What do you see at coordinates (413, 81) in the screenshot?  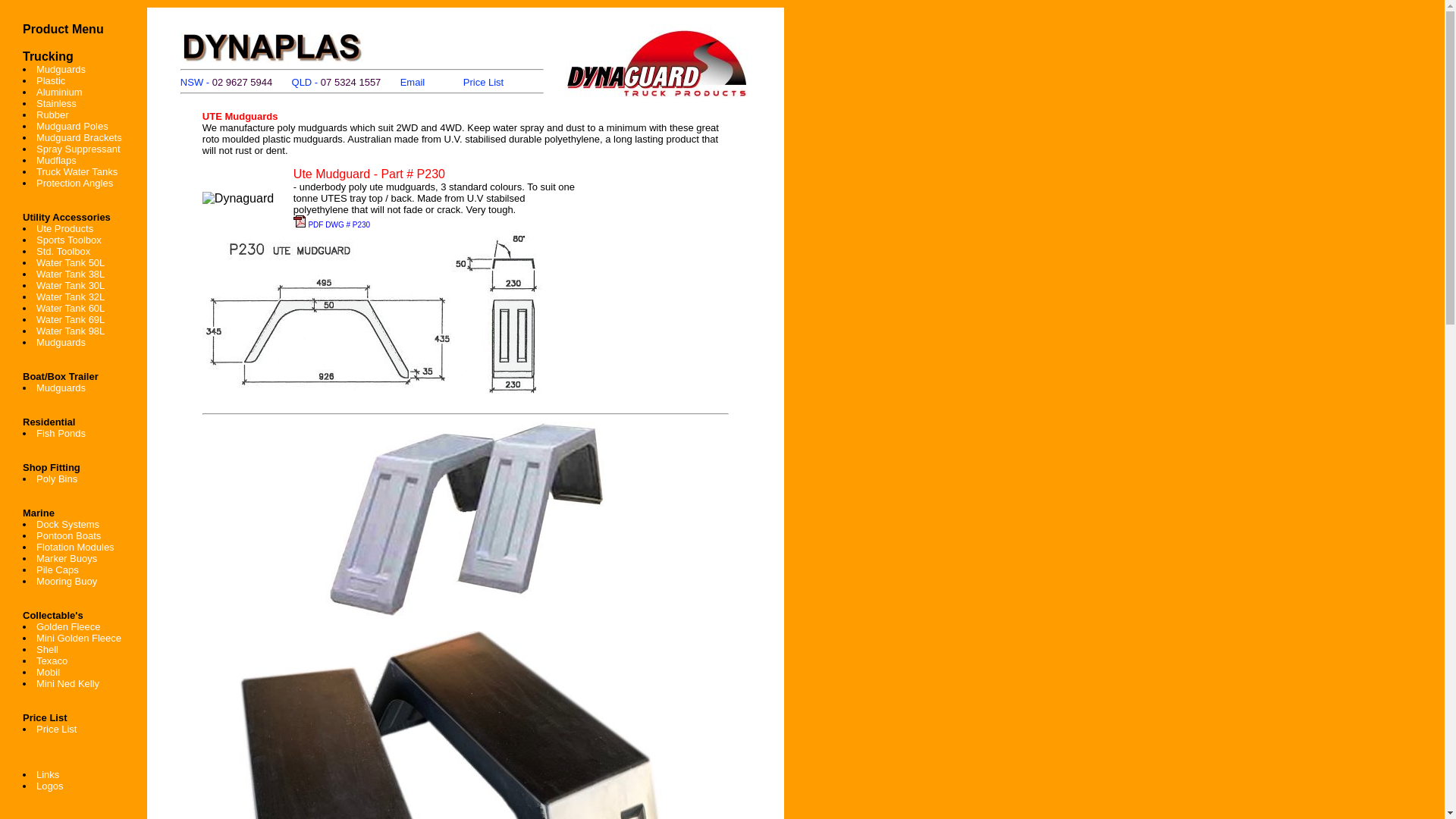 I see `'Email'` at bounding box center [413, 81].